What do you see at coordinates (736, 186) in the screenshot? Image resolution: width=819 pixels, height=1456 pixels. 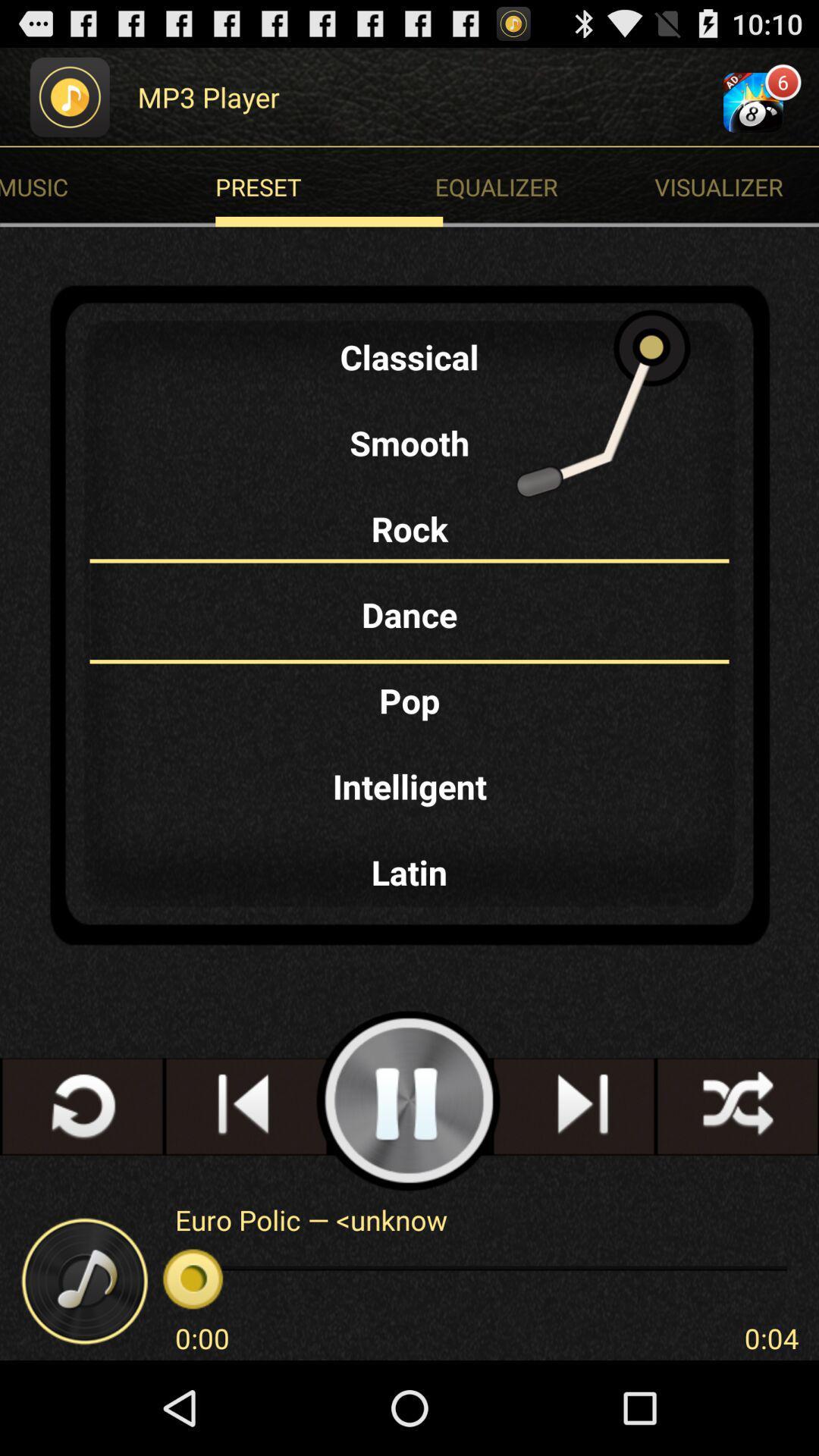 I see `the visualizer radio button` at bounding box center [736, 186].